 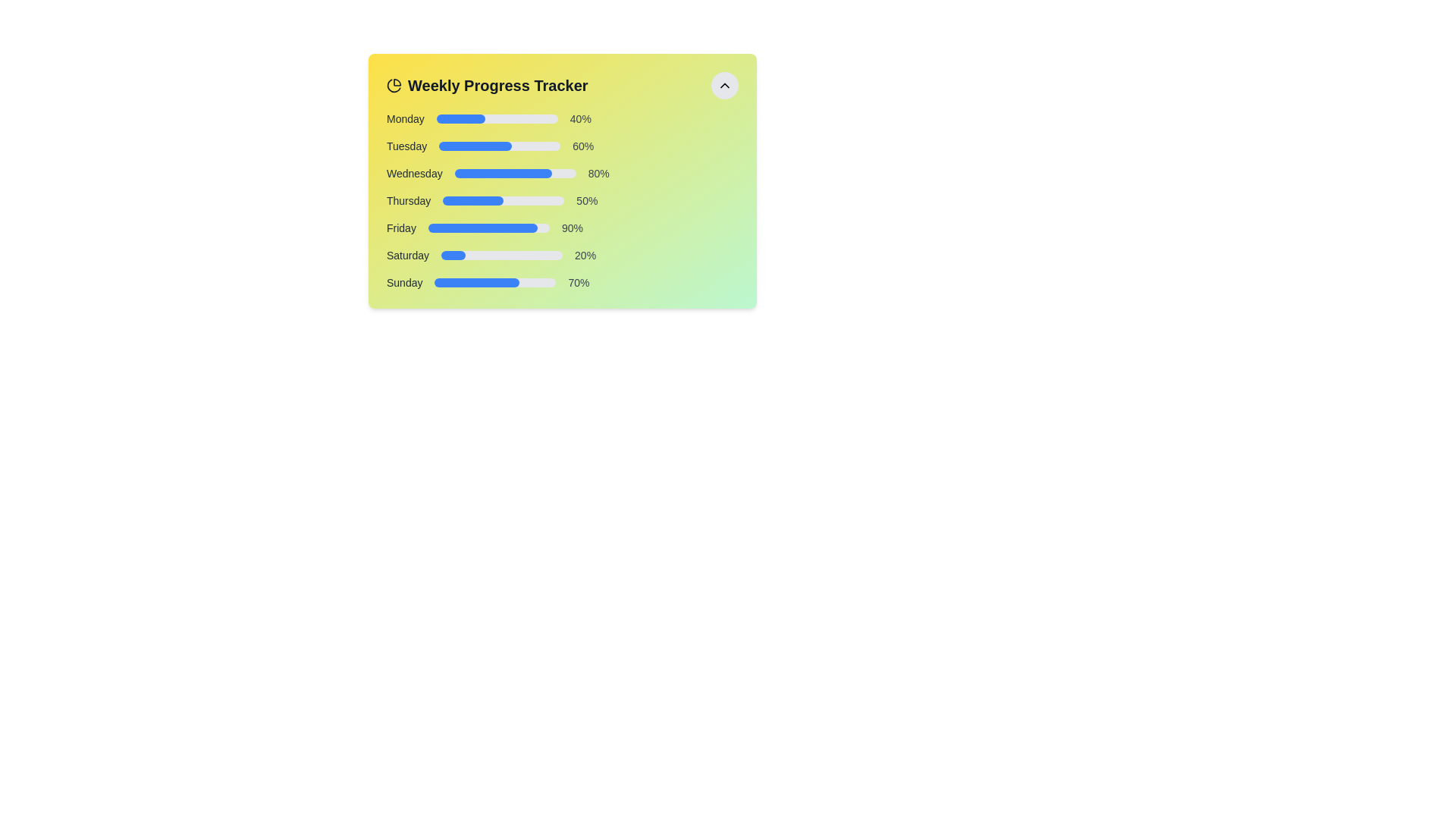 What do you see at coordinates (562, 118) in the screenshot?
I see `progress percentage from the Progress bar component labeled 'Monday', which shows 40% completion` at bounding box center [562, 118].